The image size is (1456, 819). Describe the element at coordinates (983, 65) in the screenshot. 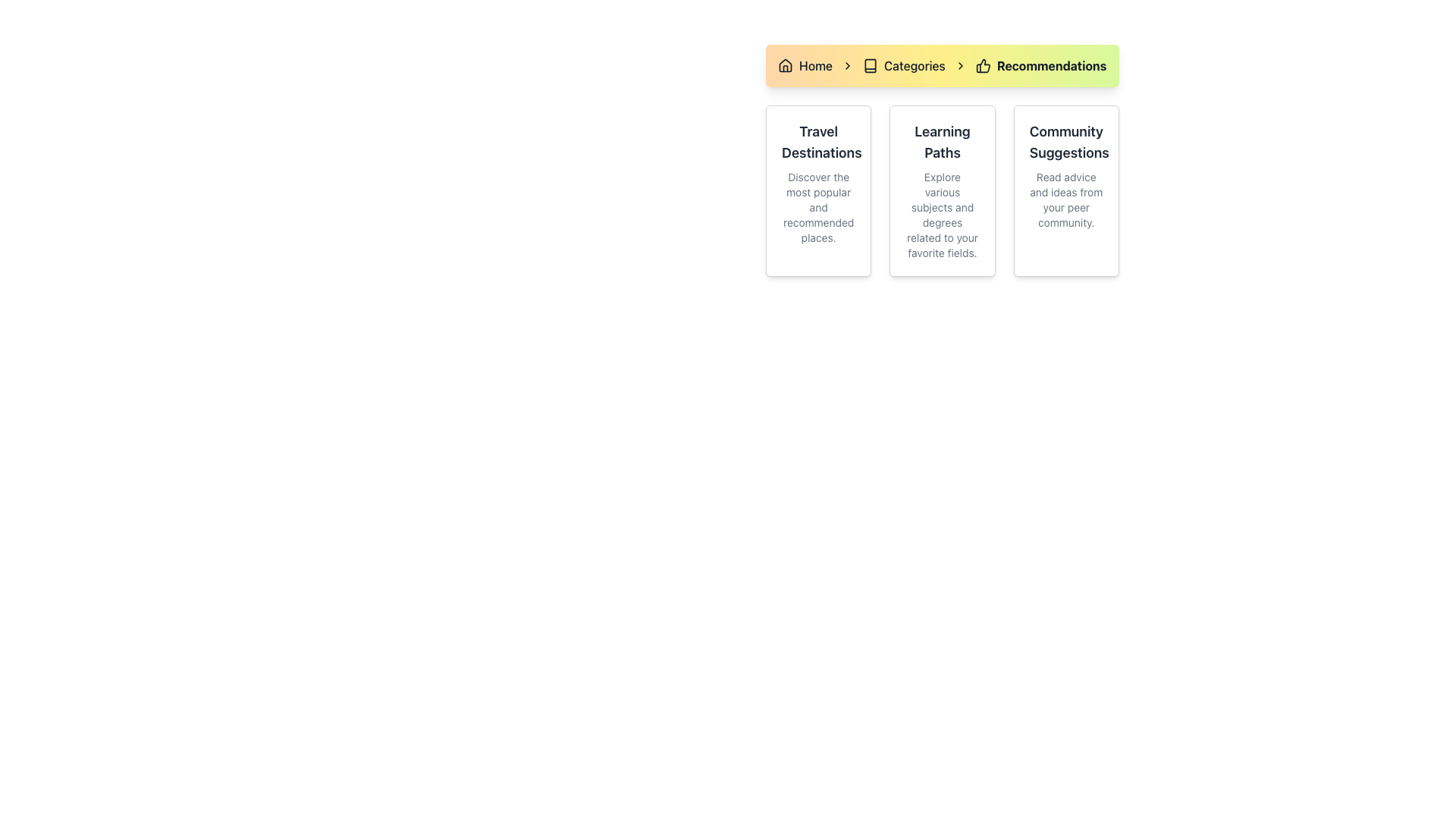

I see `the recommendations icon located to the left of the 'Recommendations' text in the breadcrumb navigation bar at the top of the interface` at that location.